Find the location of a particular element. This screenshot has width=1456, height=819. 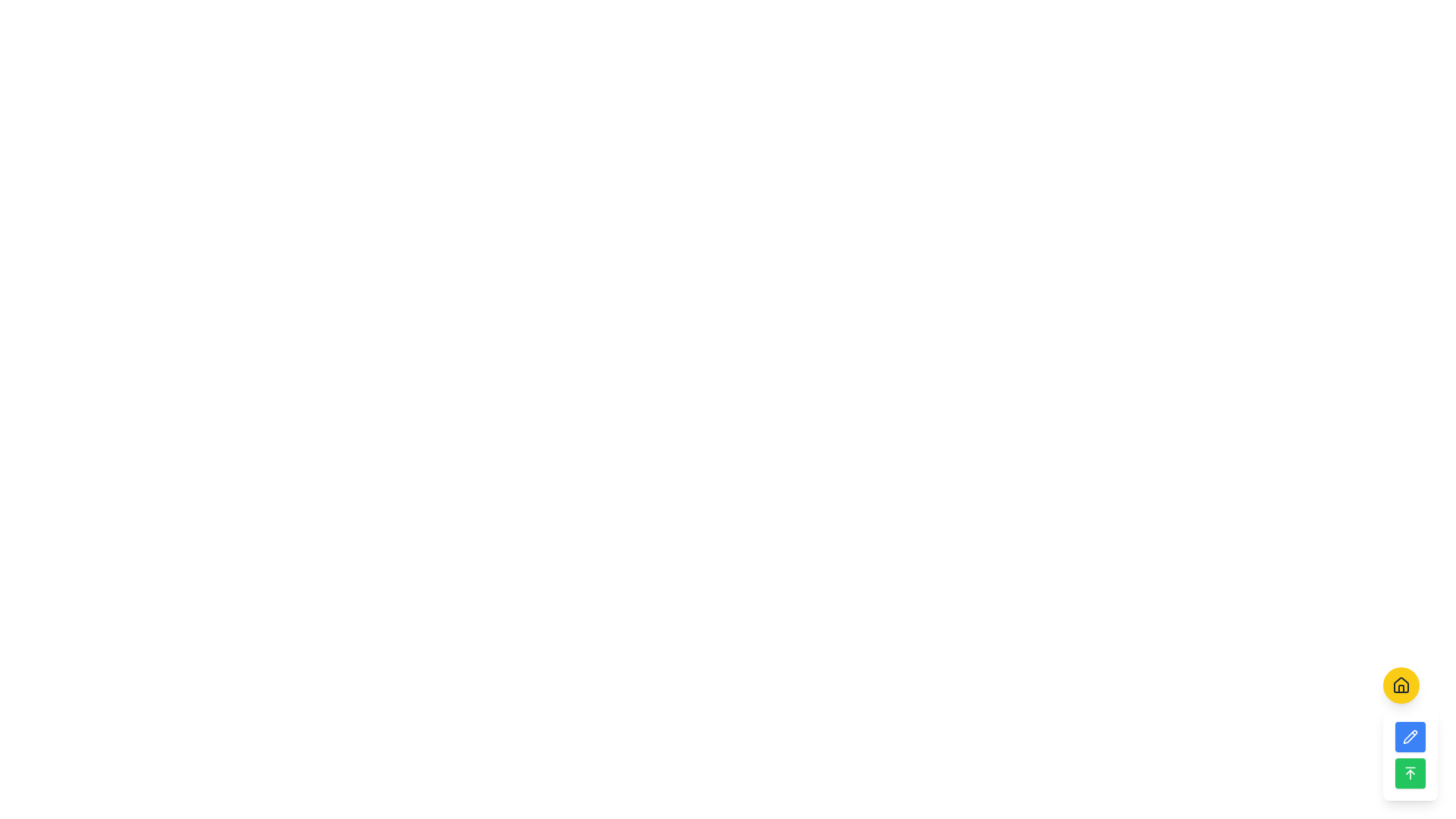

the blue square button with rounded corners that has a white pencil icon in the middle is located at coordinates (1410, 733).